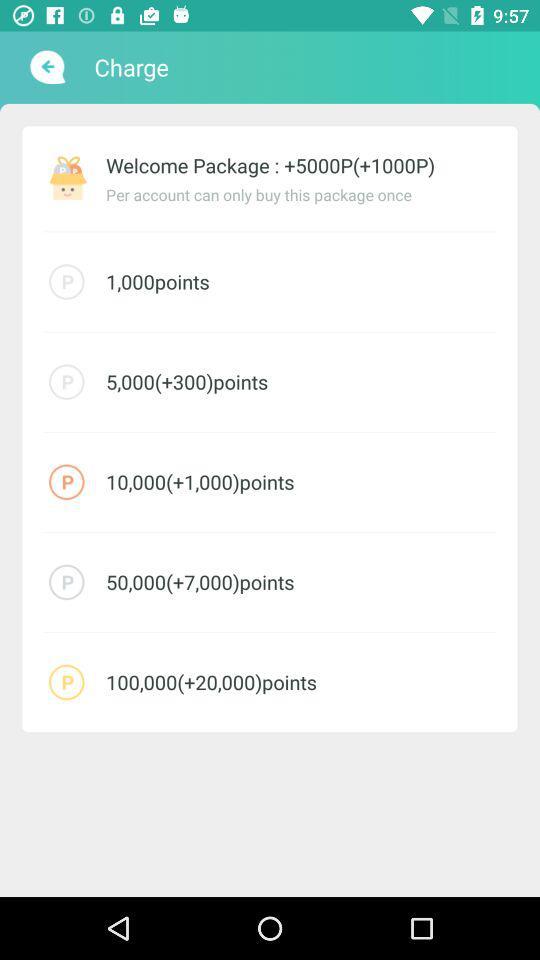  I want to click on the icon to the left of the charge icon, so click(45, 67).